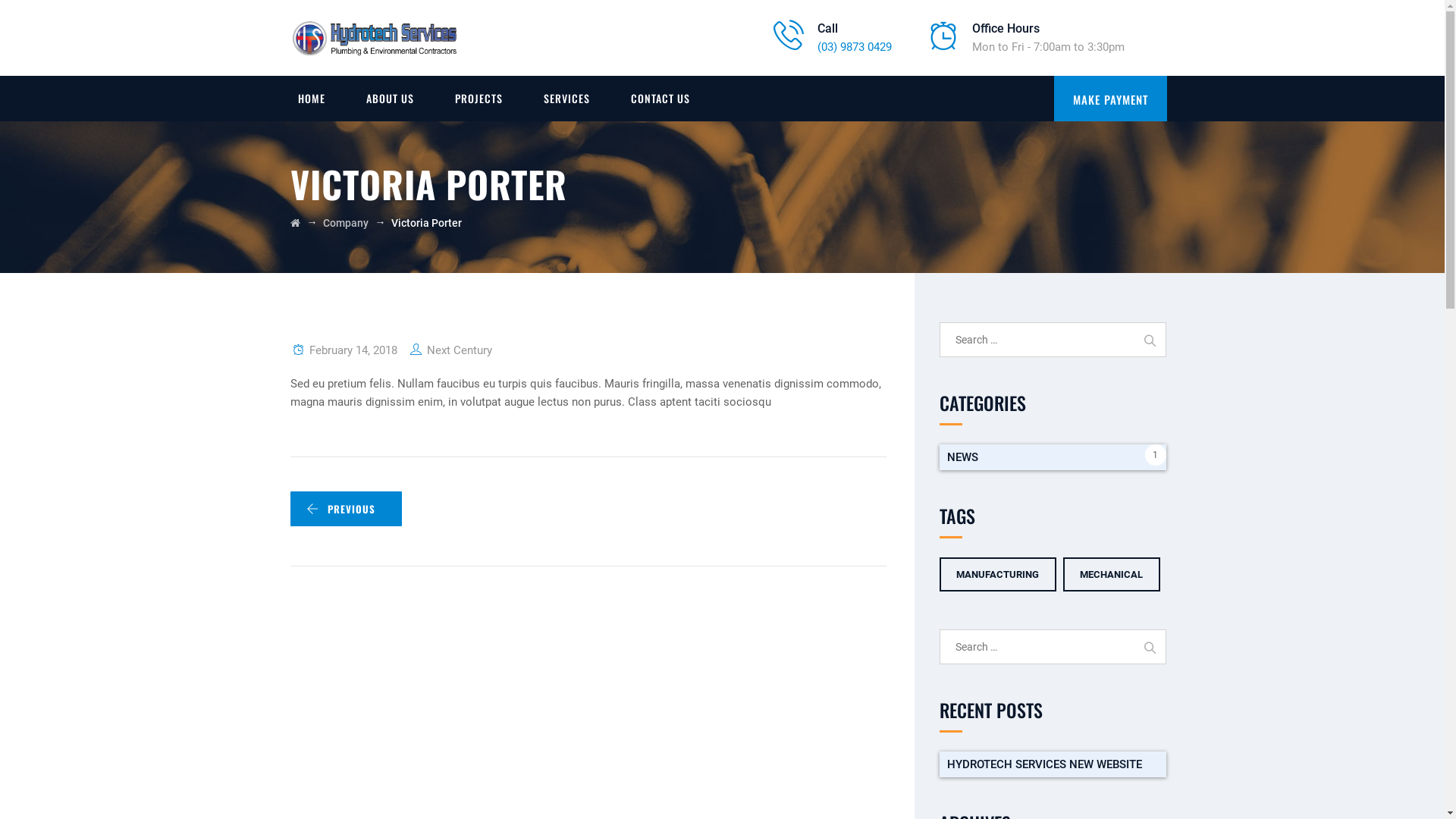 The height and width of the screenshot is (819, 1456). I want to click on 'MANUFACTURING', so click(997, 574).